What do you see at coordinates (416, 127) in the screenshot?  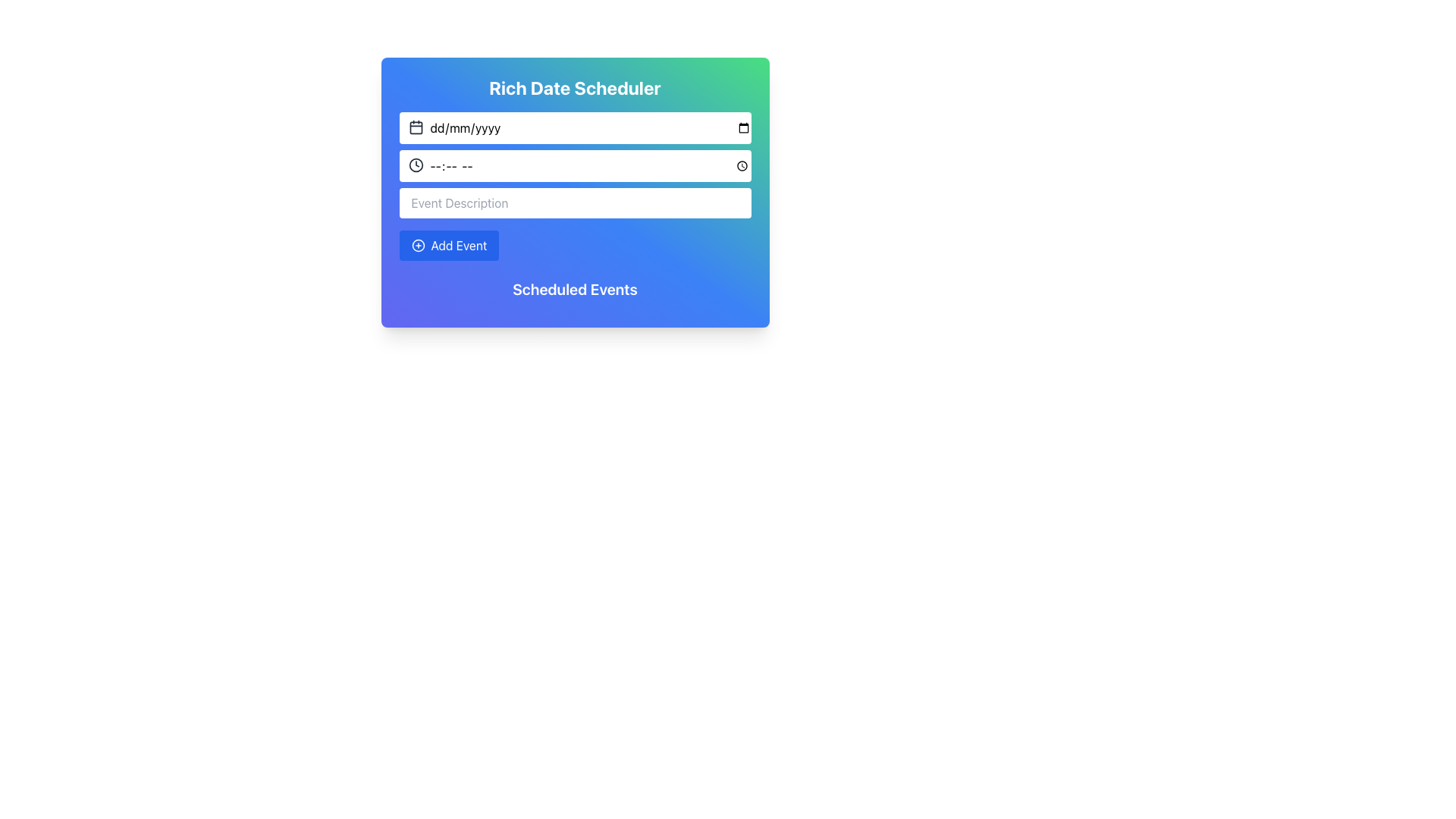 I see `the calendar icon located to the left of the date input field with the placeholder 'dd/mm/yyyy'` at bounding box center [416, 127].